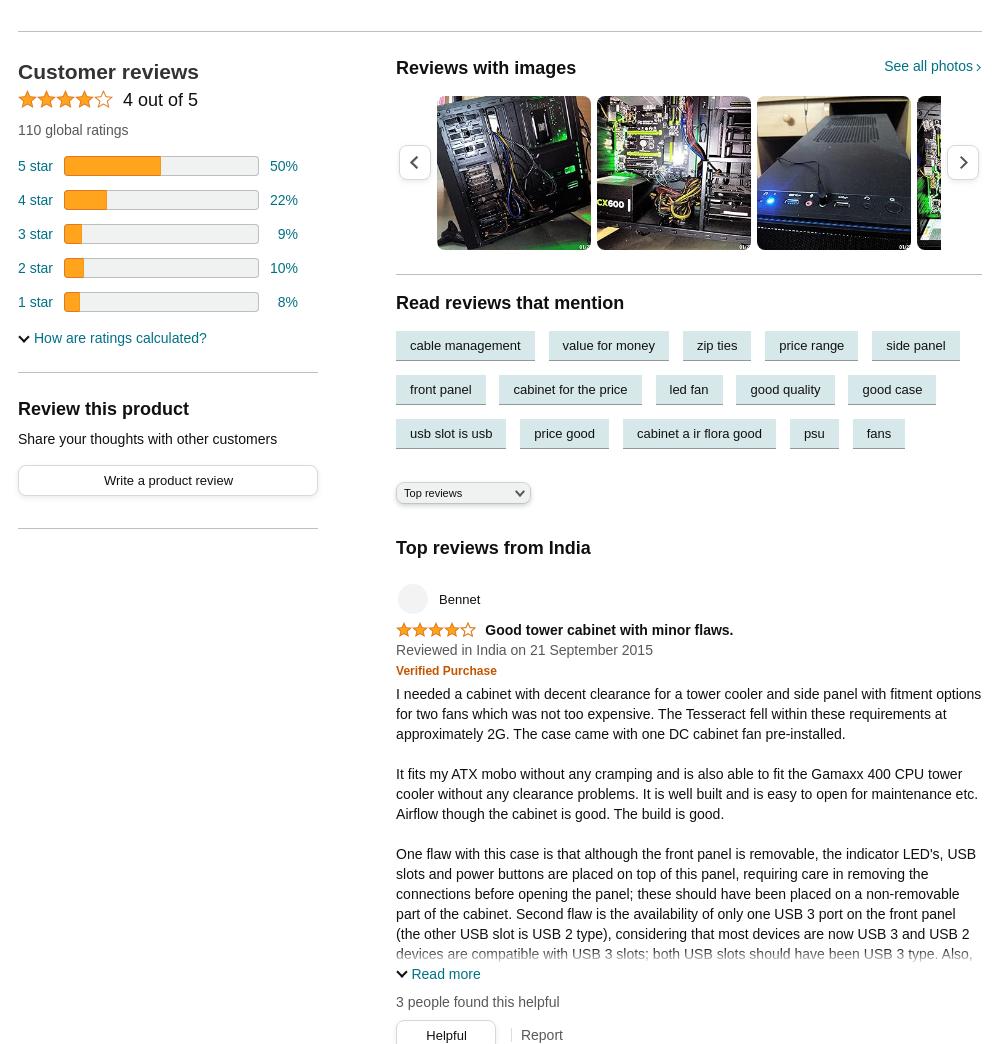 The image size is (1000, 1044). What do you see at coordinates (168, 480) in the screenshot?
I see `'Write a product review'` at bounding box center [168, 480].